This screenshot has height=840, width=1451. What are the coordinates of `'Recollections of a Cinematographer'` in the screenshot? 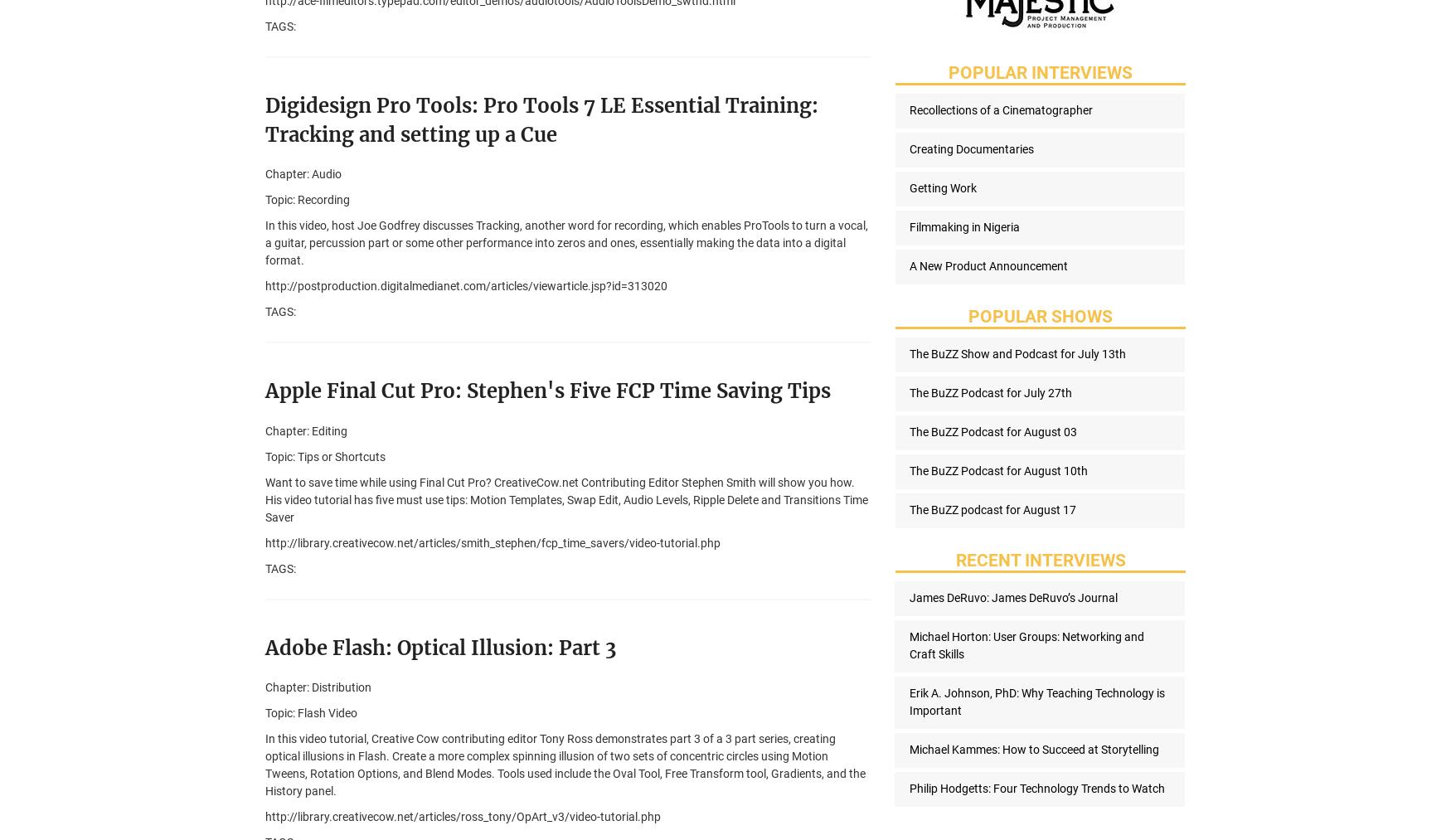 It's located at (909, 110).